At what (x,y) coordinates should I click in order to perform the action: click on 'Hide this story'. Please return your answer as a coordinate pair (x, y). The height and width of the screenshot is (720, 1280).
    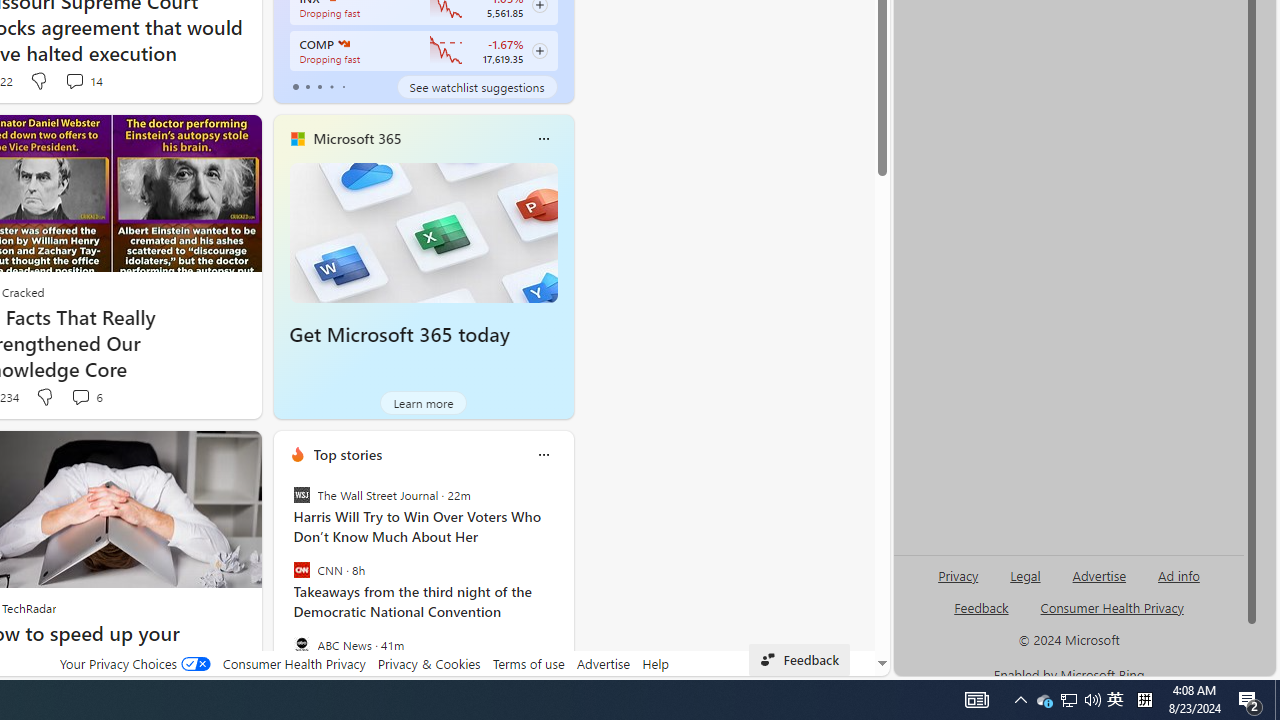
    Looking at the image, I should click on (201, 455).